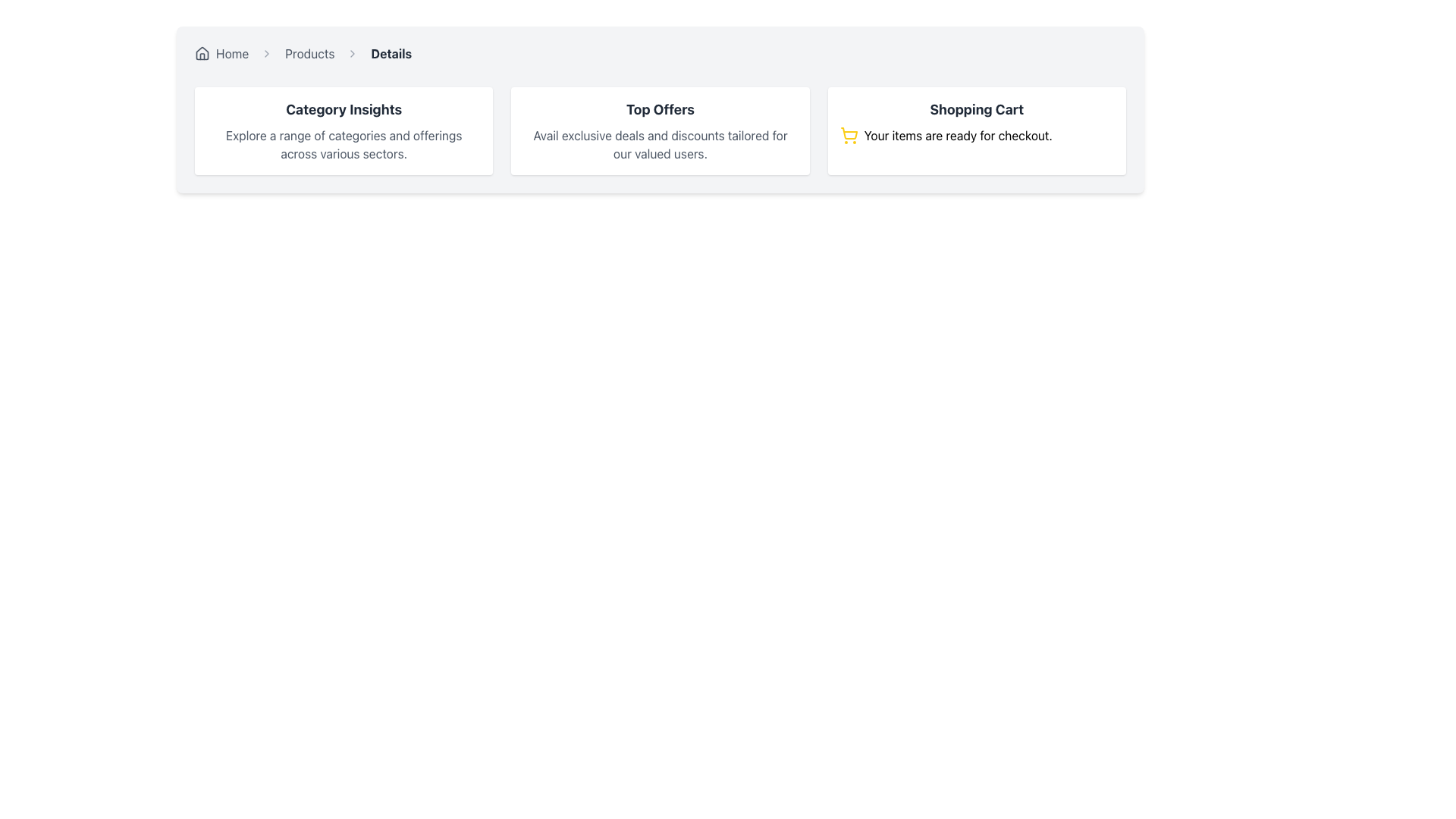 The height and width of the screenshot is (819, 1456). What do you see at coordinates (343, 145) in the screenshot?
I see `the text block containing the message 'Explore a range of categories and offerings across various sectors.' which is styled in gray and positioned below the header 'Category Insights' within the card component` at bounding box center [343, 145].